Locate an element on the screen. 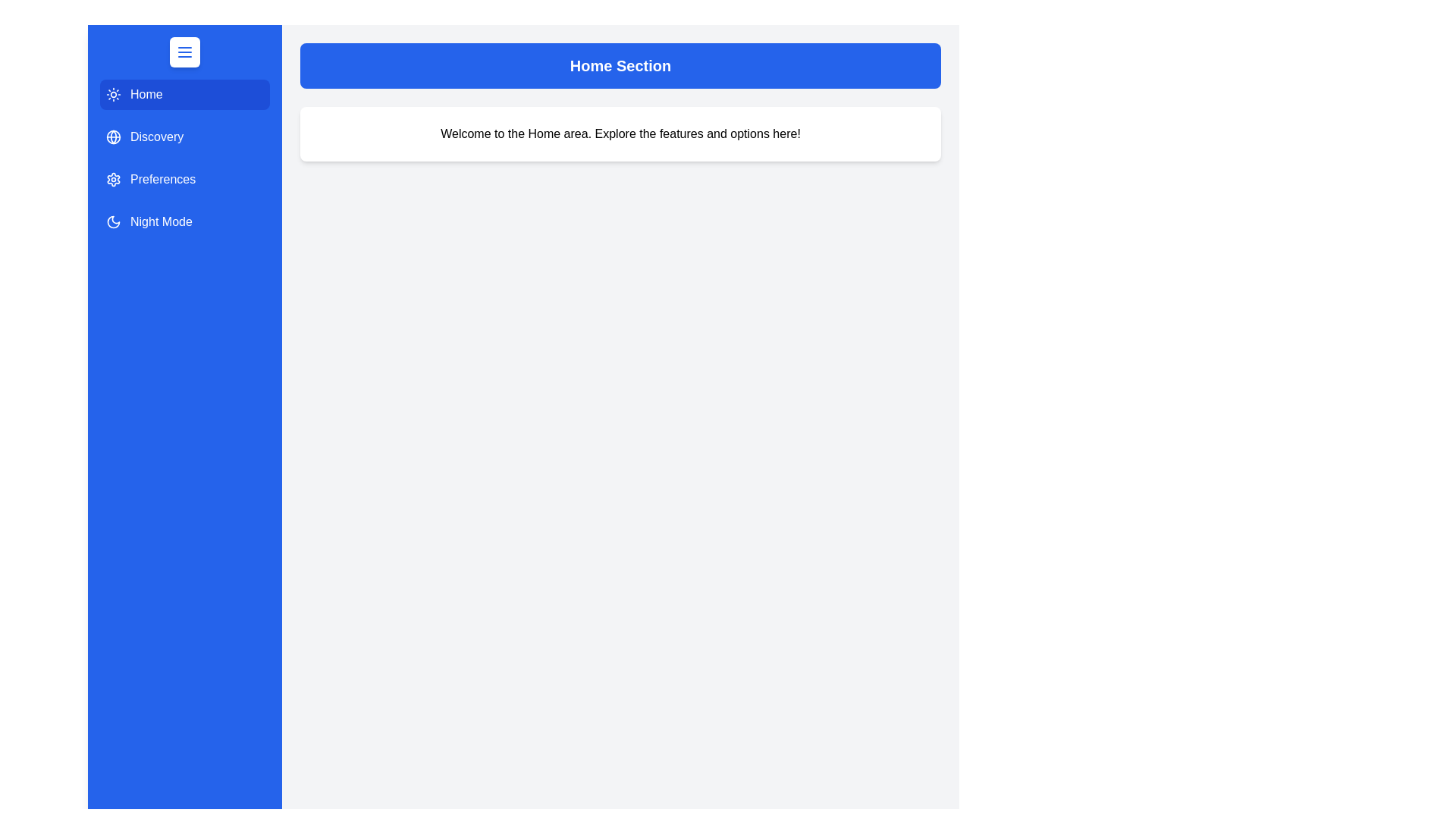 This screenshot has height=819, width=1456. the button to toggle the drawer visibility is located at coordinates (184, 52).